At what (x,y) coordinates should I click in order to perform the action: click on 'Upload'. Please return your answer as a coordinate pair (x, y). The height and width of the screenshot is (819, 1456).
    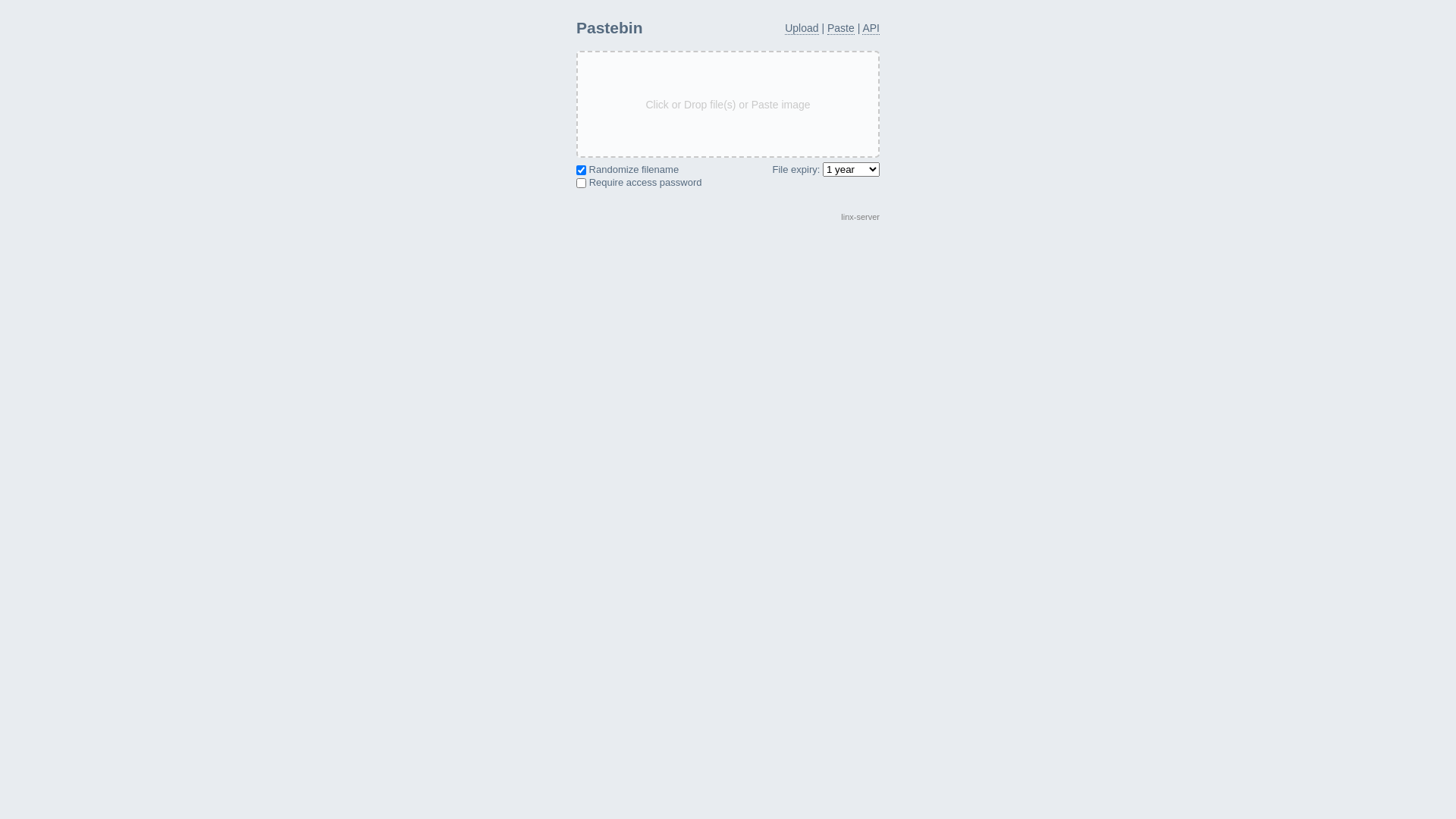
    Looking at the image, I should click on (785, 28).